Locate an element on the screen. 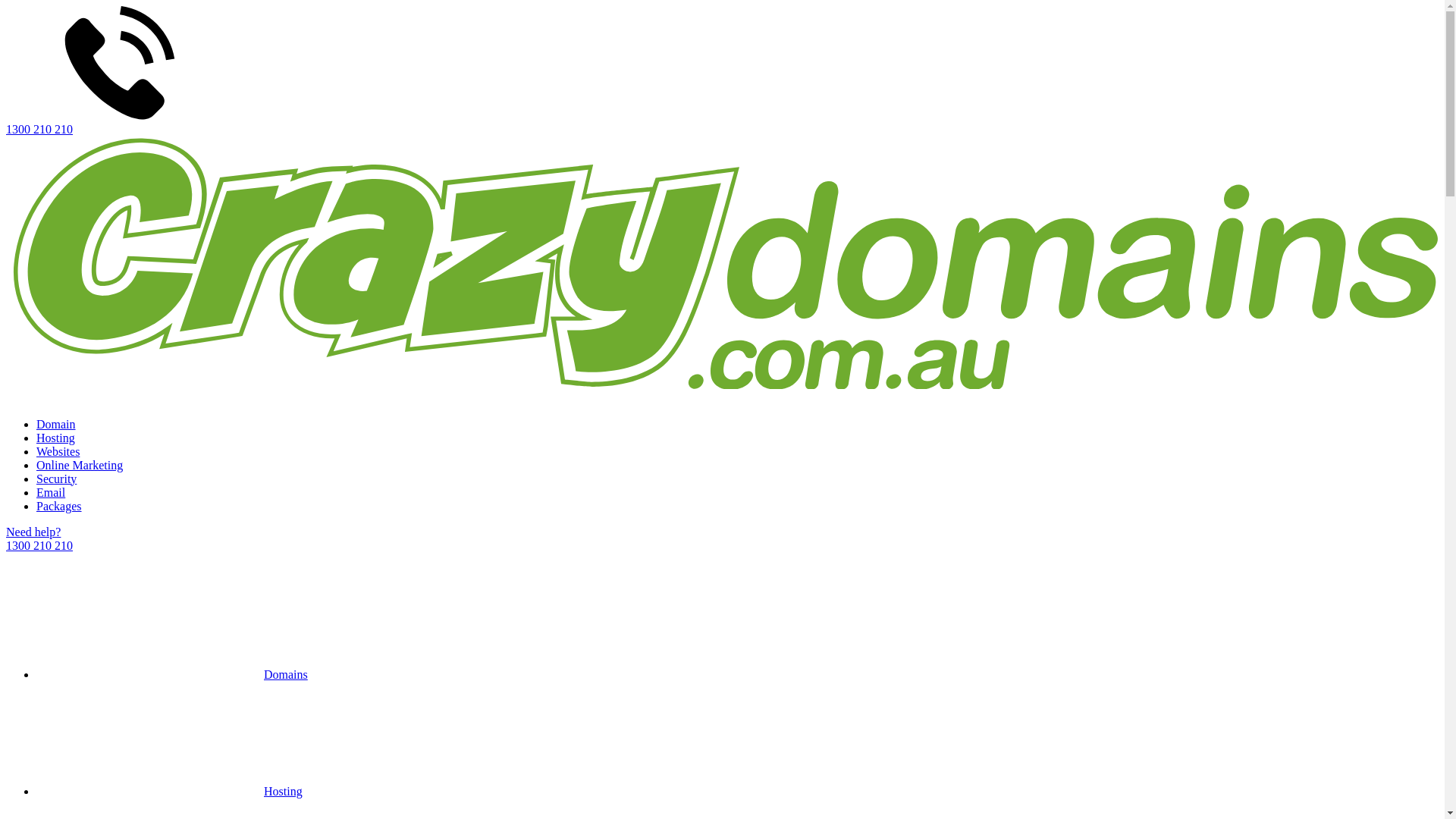 Image resolution: width=1456 pixels, height=819 pixels. 'Email' is located at coordinates (51, 492).